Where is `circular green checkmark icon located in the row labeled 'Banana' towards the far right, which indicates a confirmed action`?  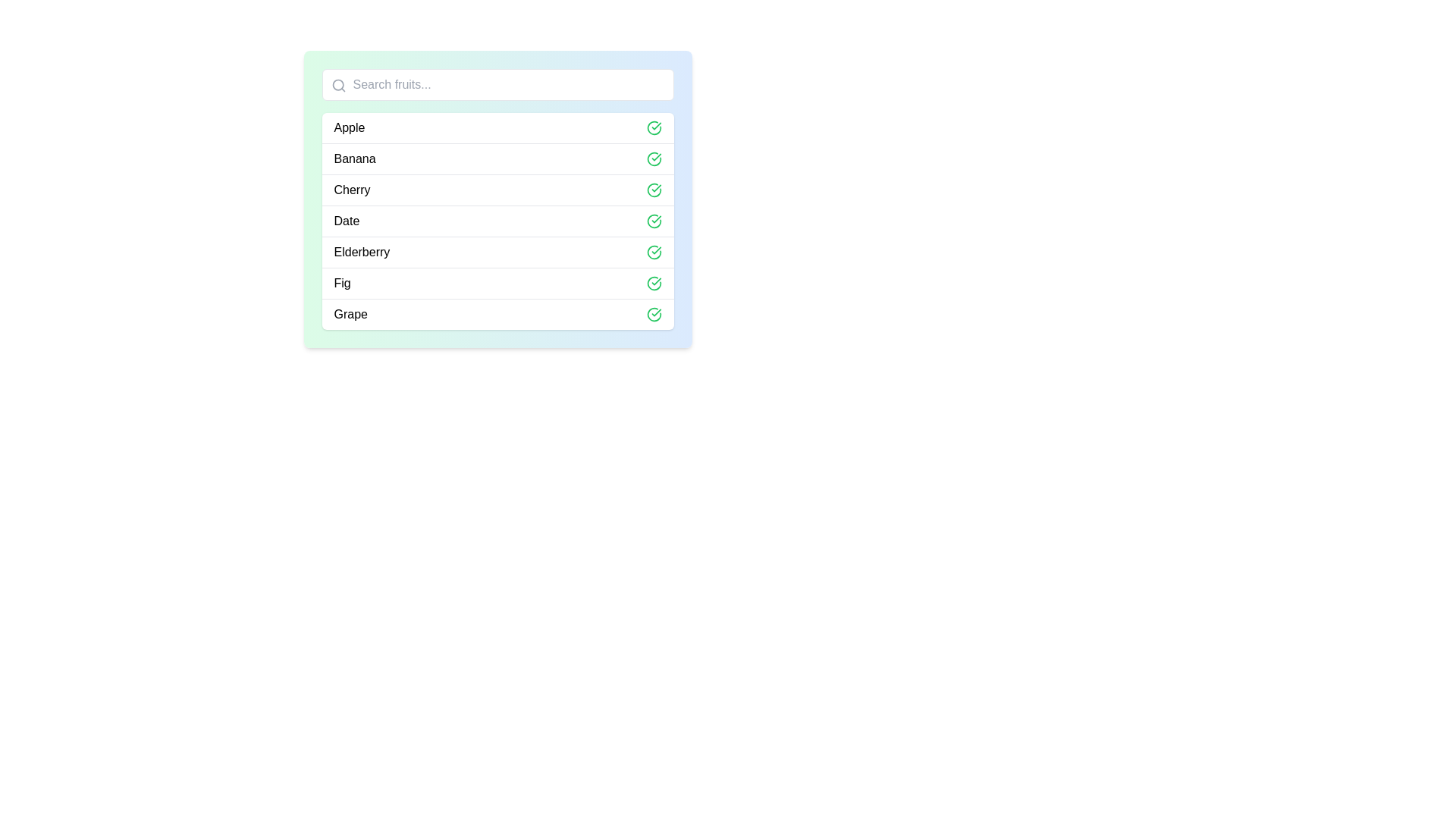 circular green checkmark icon located in the row labeled 'Banana' towards the far right, which indicates a confirmed action is located at coordinates (654, 158).